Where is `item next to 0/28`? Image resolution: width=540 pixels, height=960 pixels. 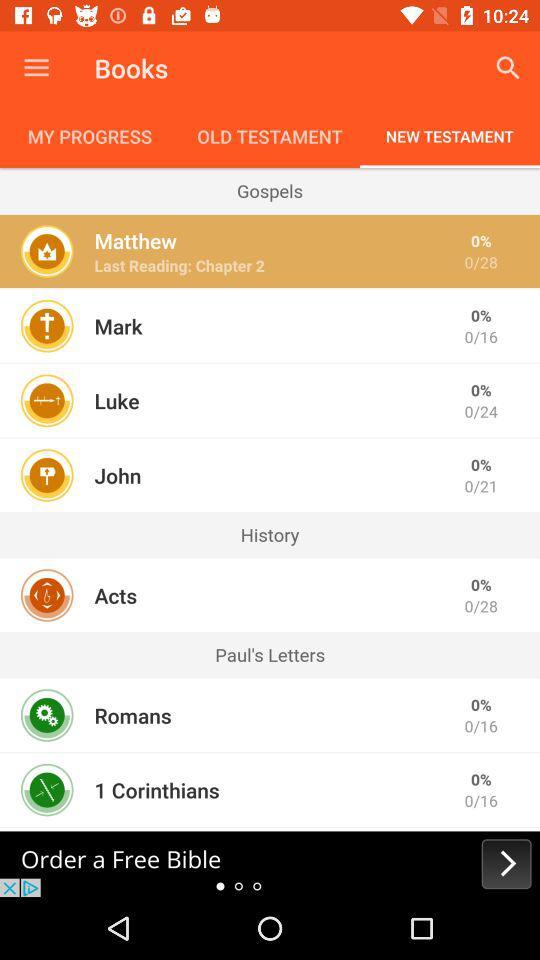 item next to 0/28 is located at coordinates (179, 264).